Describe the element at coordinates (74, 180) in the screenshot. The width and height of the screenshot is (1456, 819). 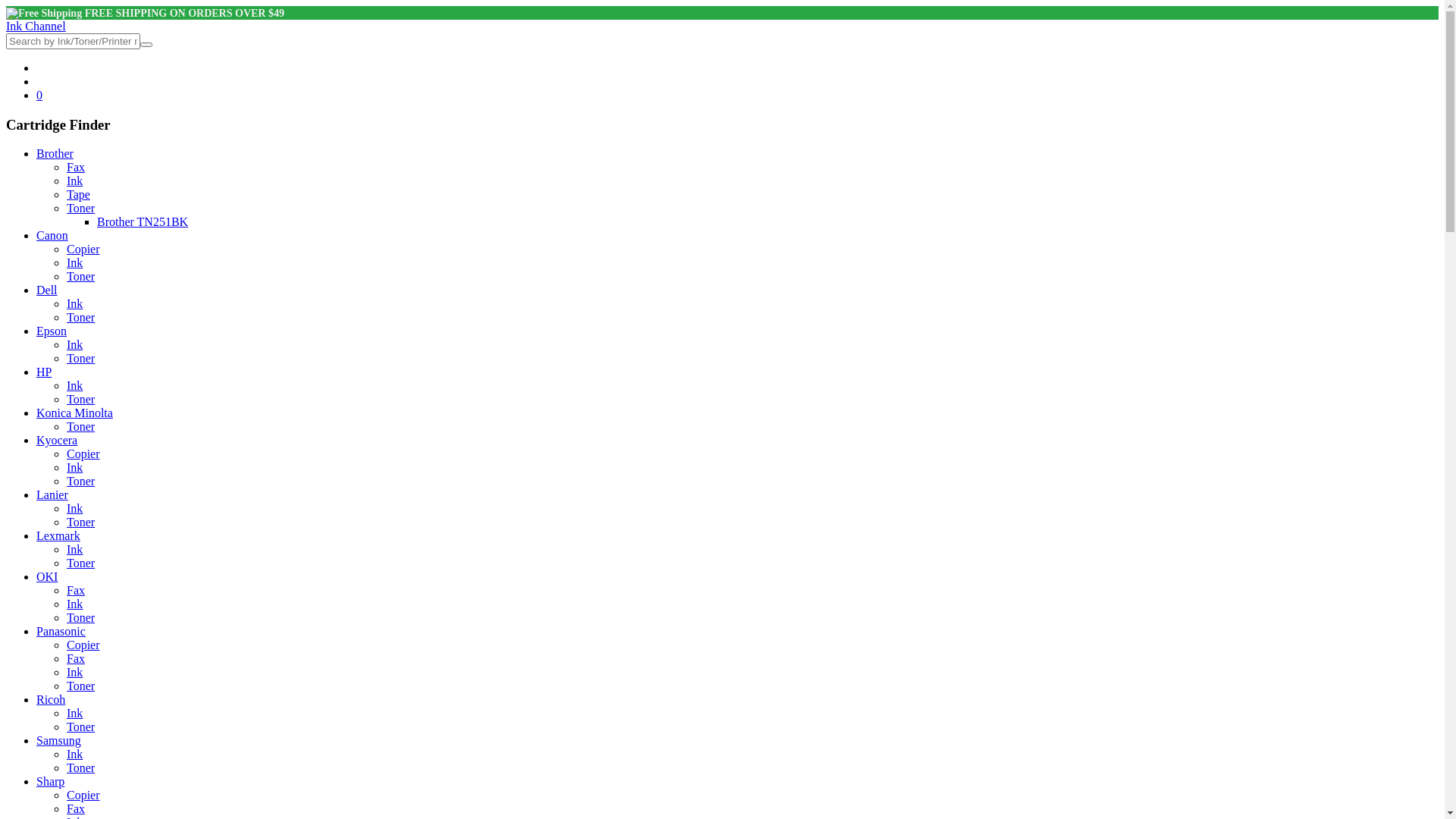
I see `'Ink'` at that location.